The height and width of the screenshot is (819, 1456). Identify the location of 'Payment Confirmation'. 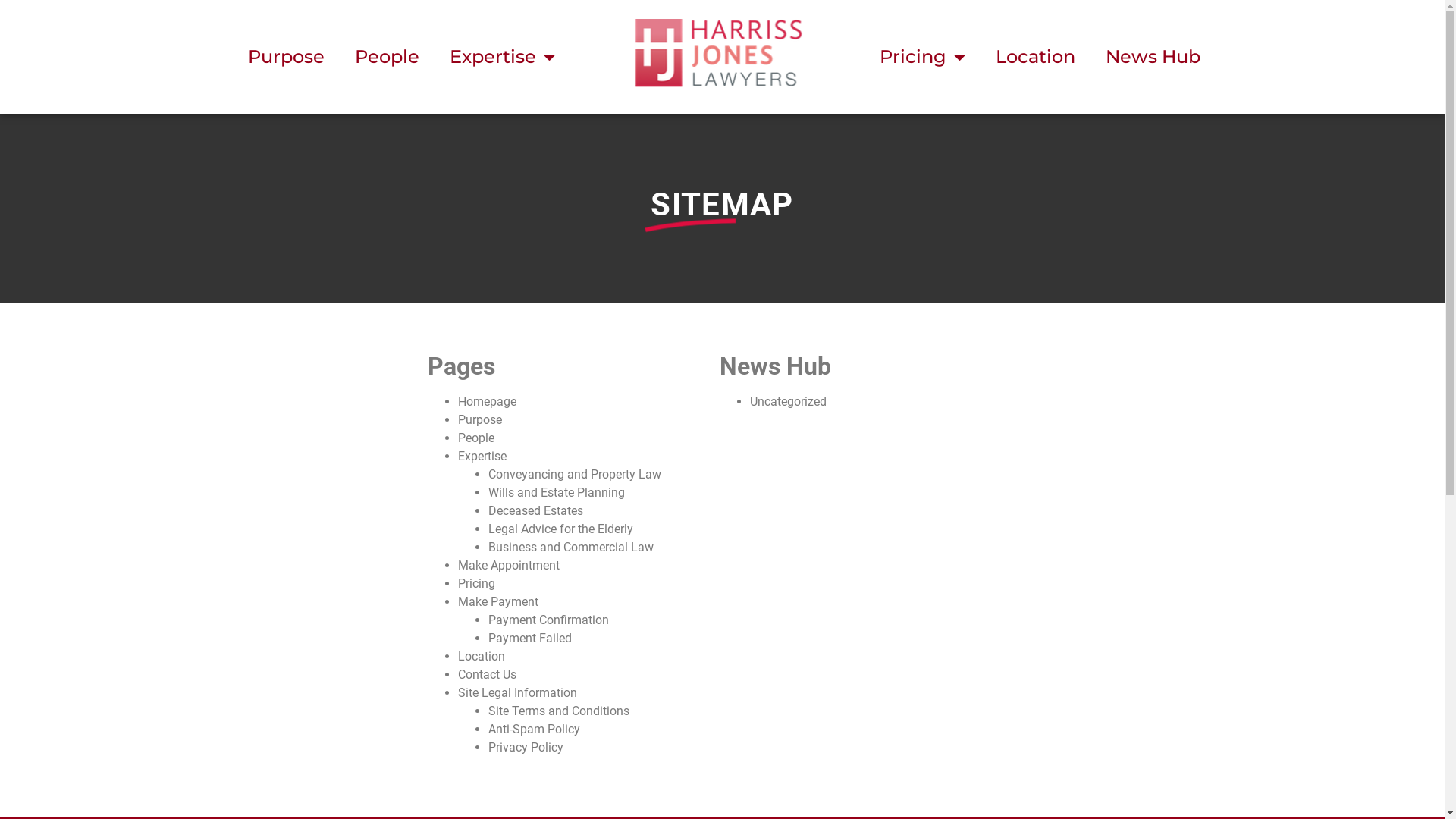
(548, 620).